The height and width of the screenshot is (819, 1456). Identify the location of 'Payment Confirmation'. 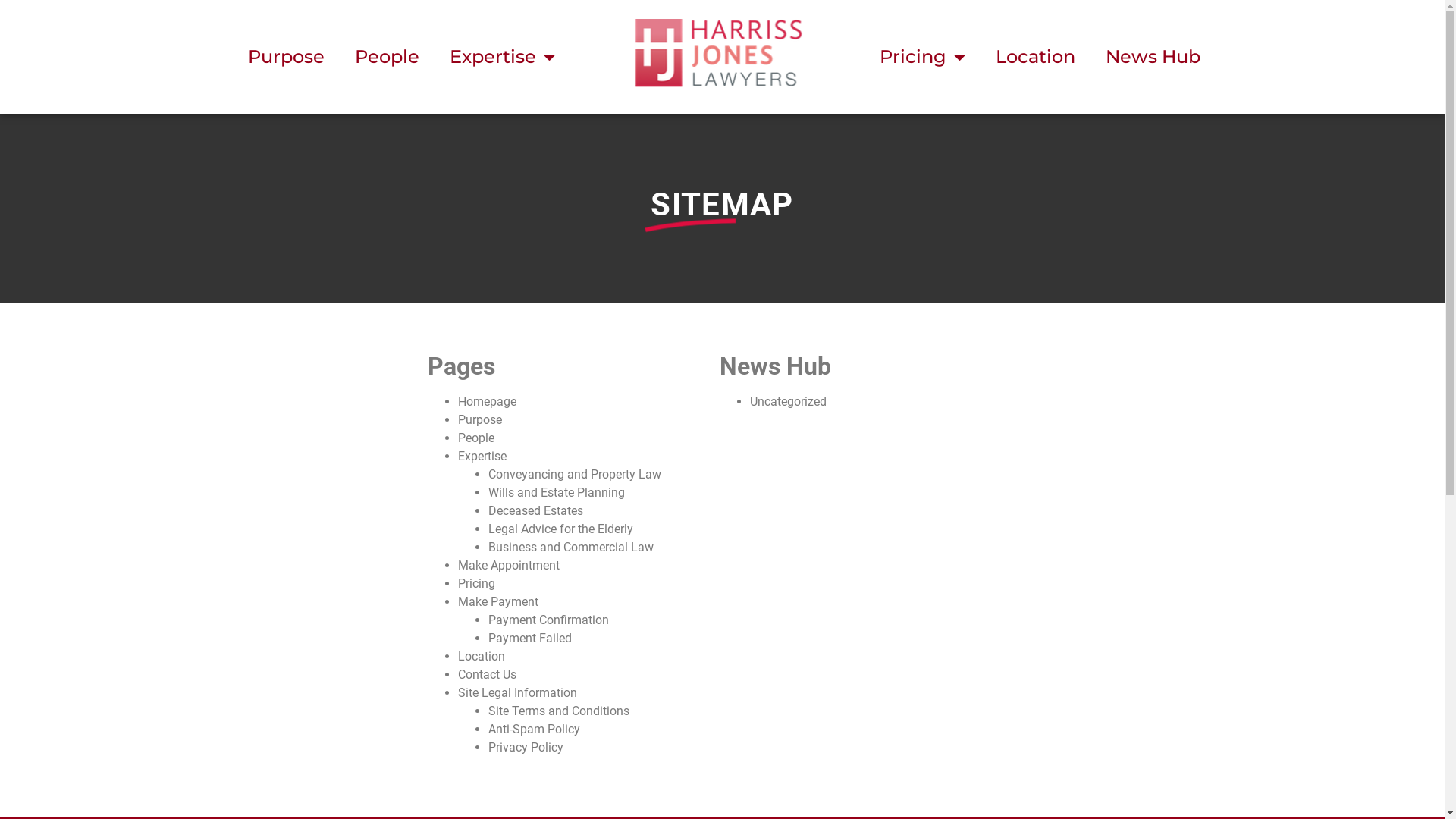
(548, 620).